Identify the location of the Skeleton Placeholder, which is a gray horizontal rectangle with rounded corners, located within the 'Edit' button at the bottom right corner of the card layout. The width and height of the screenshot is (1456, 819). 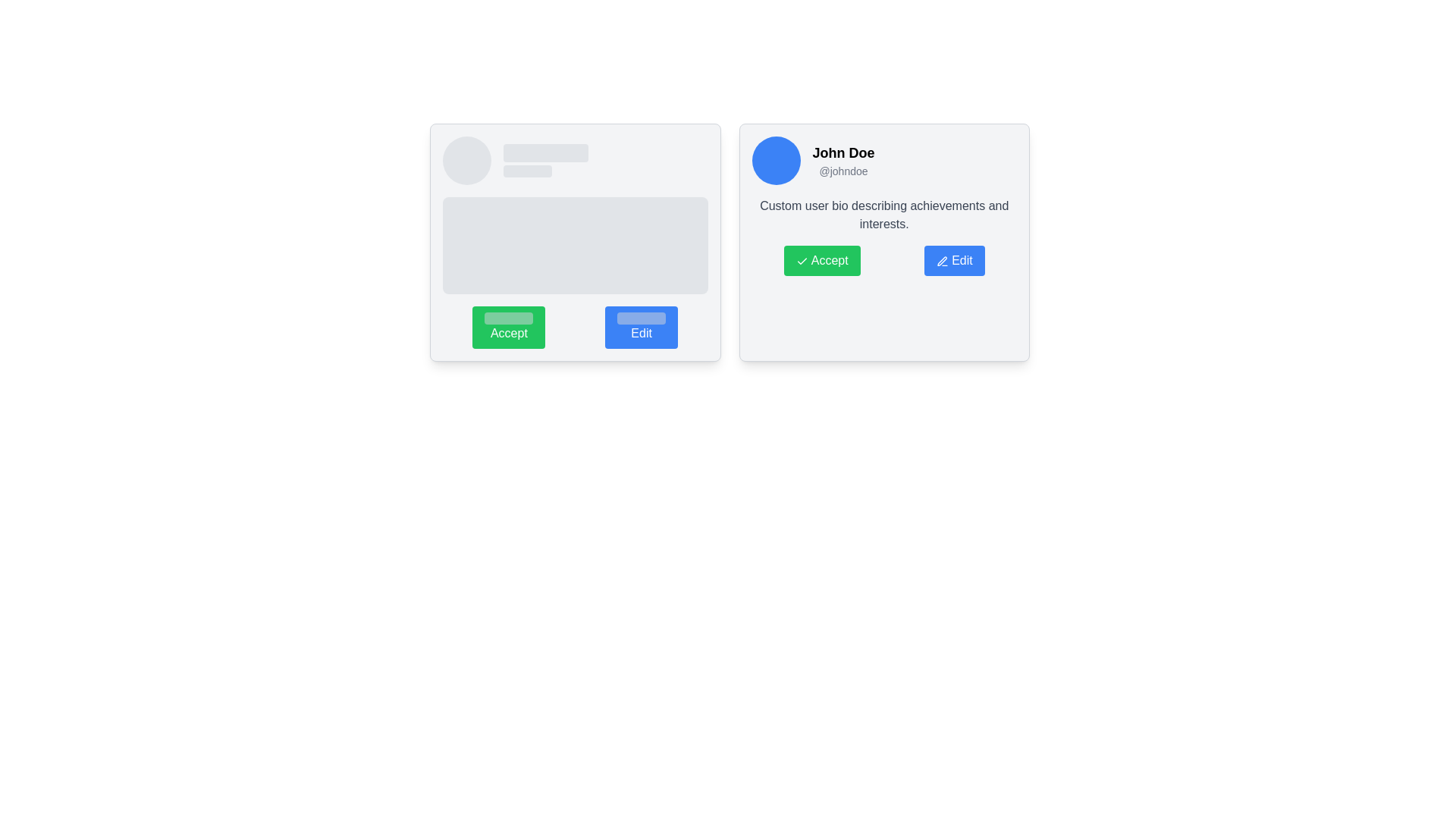
(642, 318).